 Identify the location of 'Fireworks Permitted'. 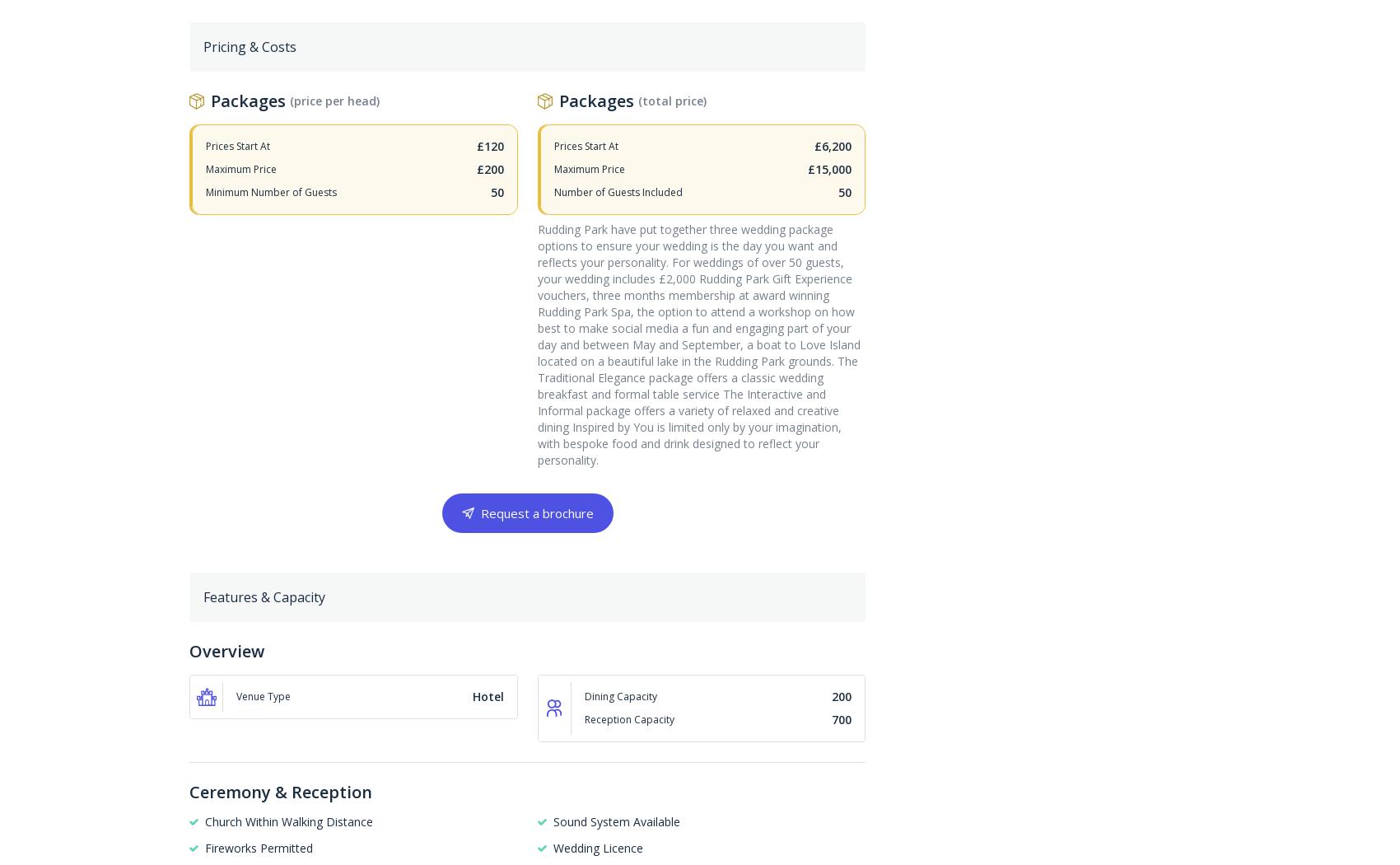
(259, 846).